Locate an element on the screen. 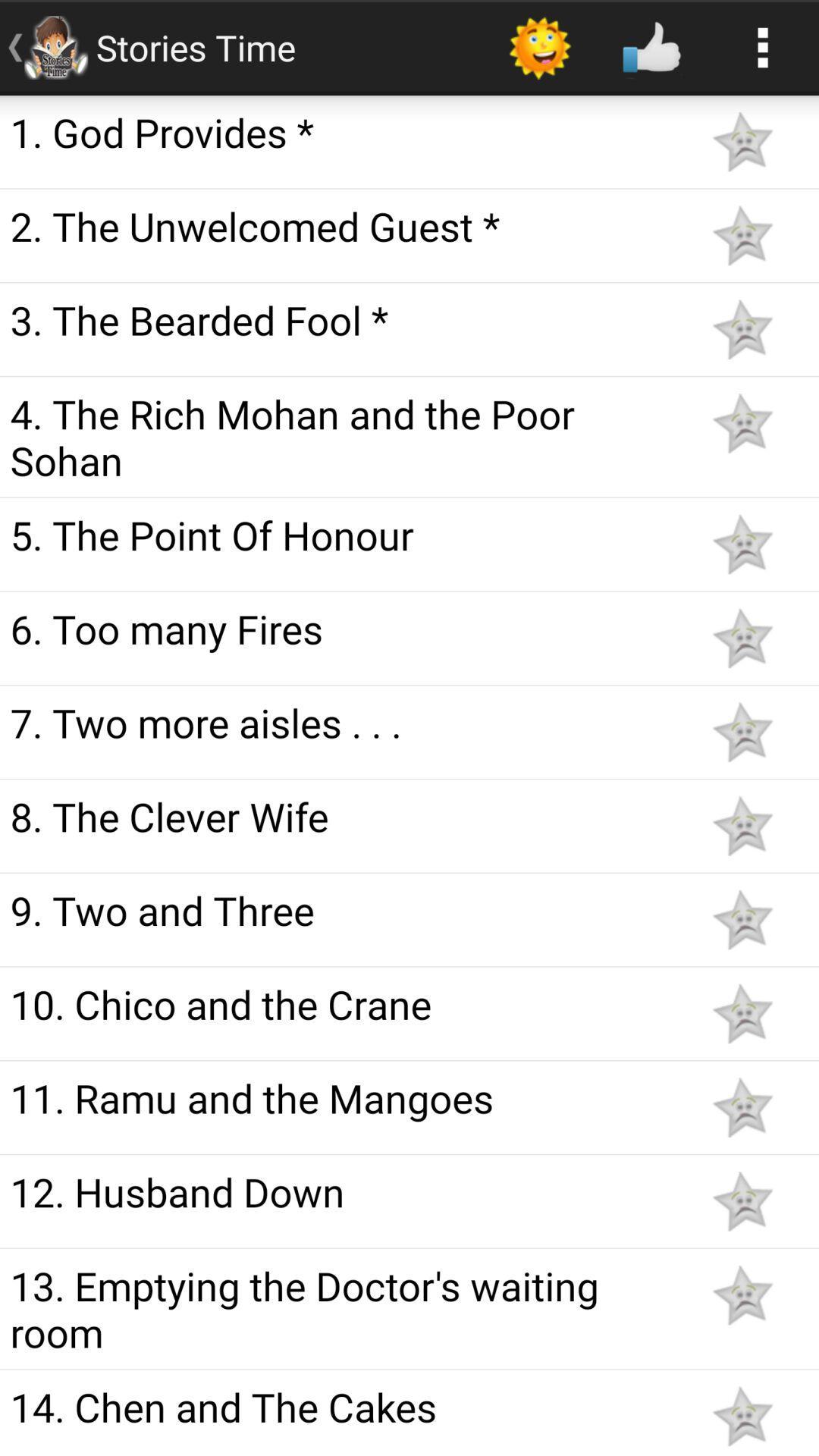 The width and height of the screenshot is (819, 1456). favorite is located at coordinates (742, 1107).